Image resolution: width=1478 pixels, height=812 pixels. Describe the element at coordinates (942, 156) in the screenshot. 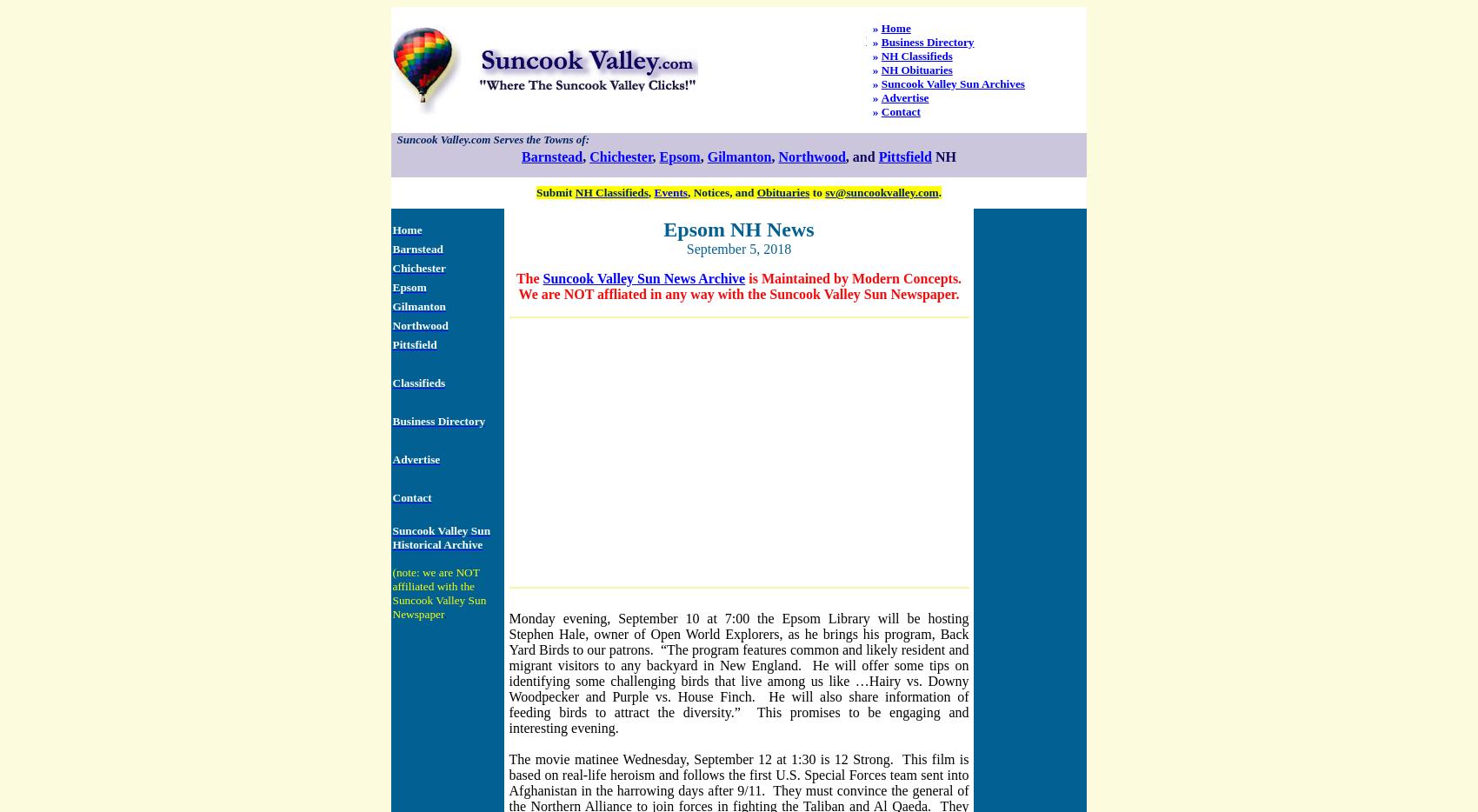

I see `'NH'` at that location.